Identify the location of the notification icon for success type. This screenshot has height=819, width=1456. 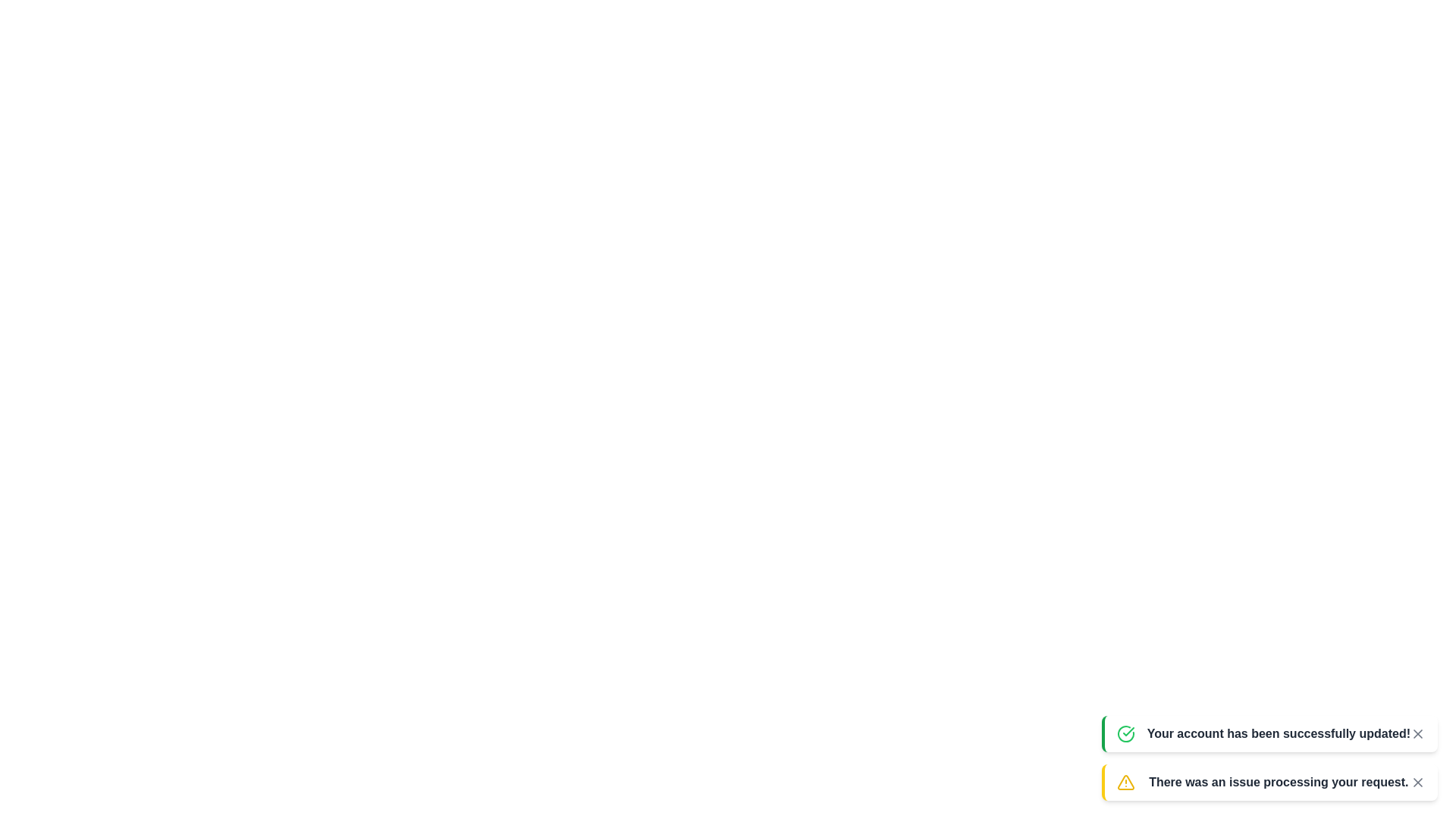
(1125, 733).